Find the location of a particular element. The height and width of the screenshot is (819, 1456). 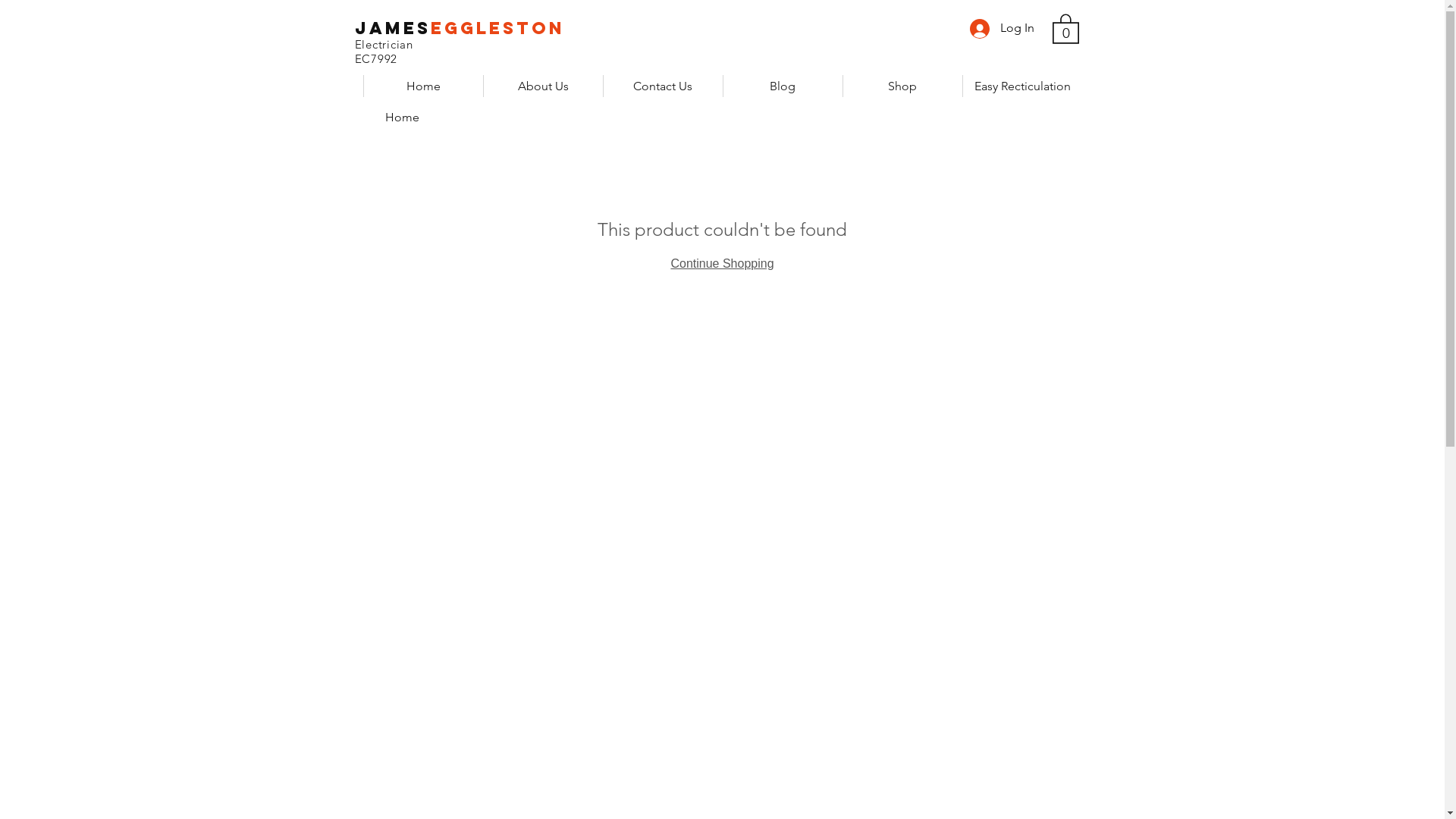

'JamesEggleston' is located at coordinates (459, 28).